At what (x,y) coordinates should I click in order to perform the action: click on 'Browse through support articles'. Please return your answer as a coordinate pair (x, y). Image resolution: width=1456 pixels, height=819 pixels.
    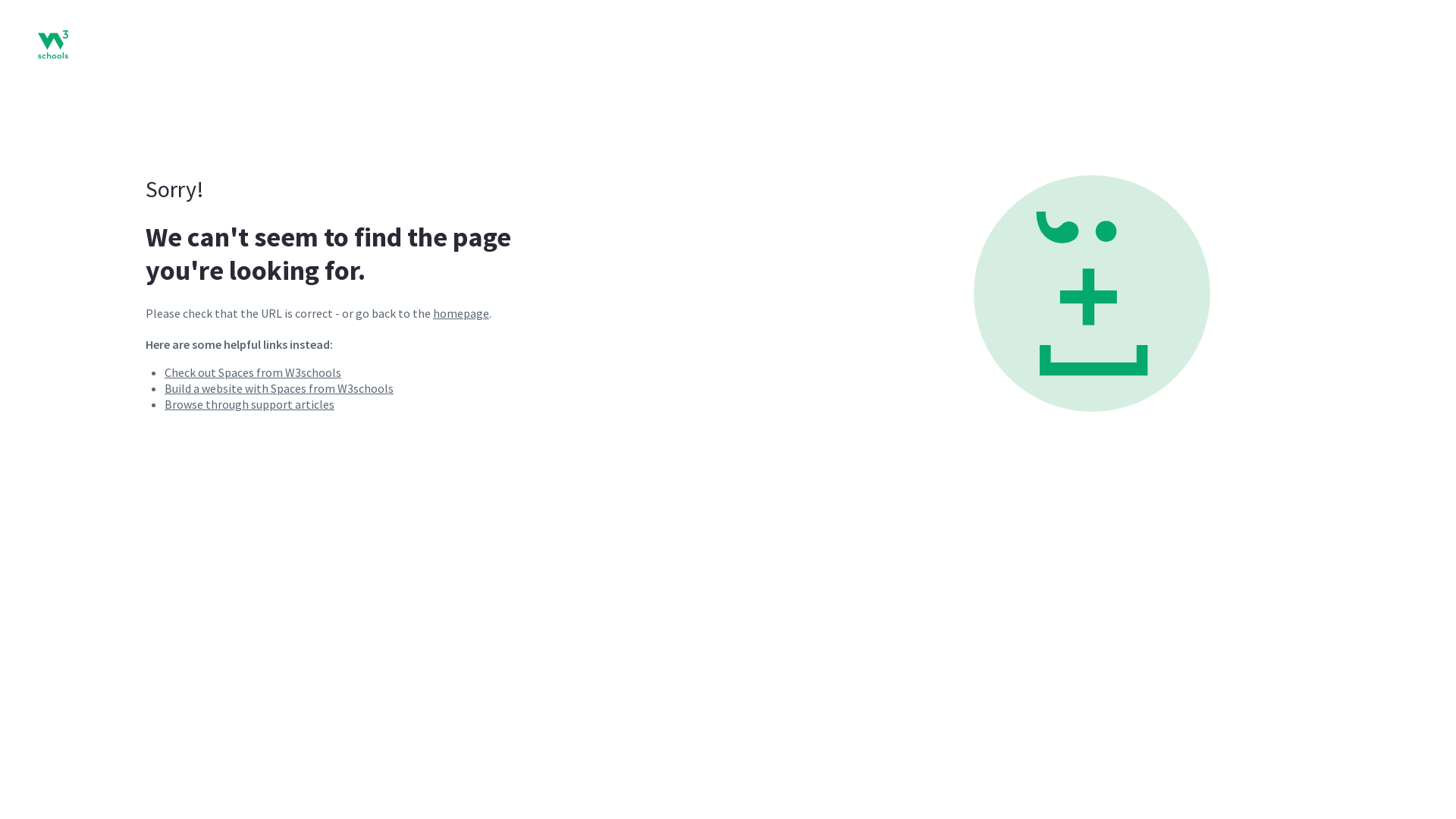
    Looking at the image, I should click on (249, 403).